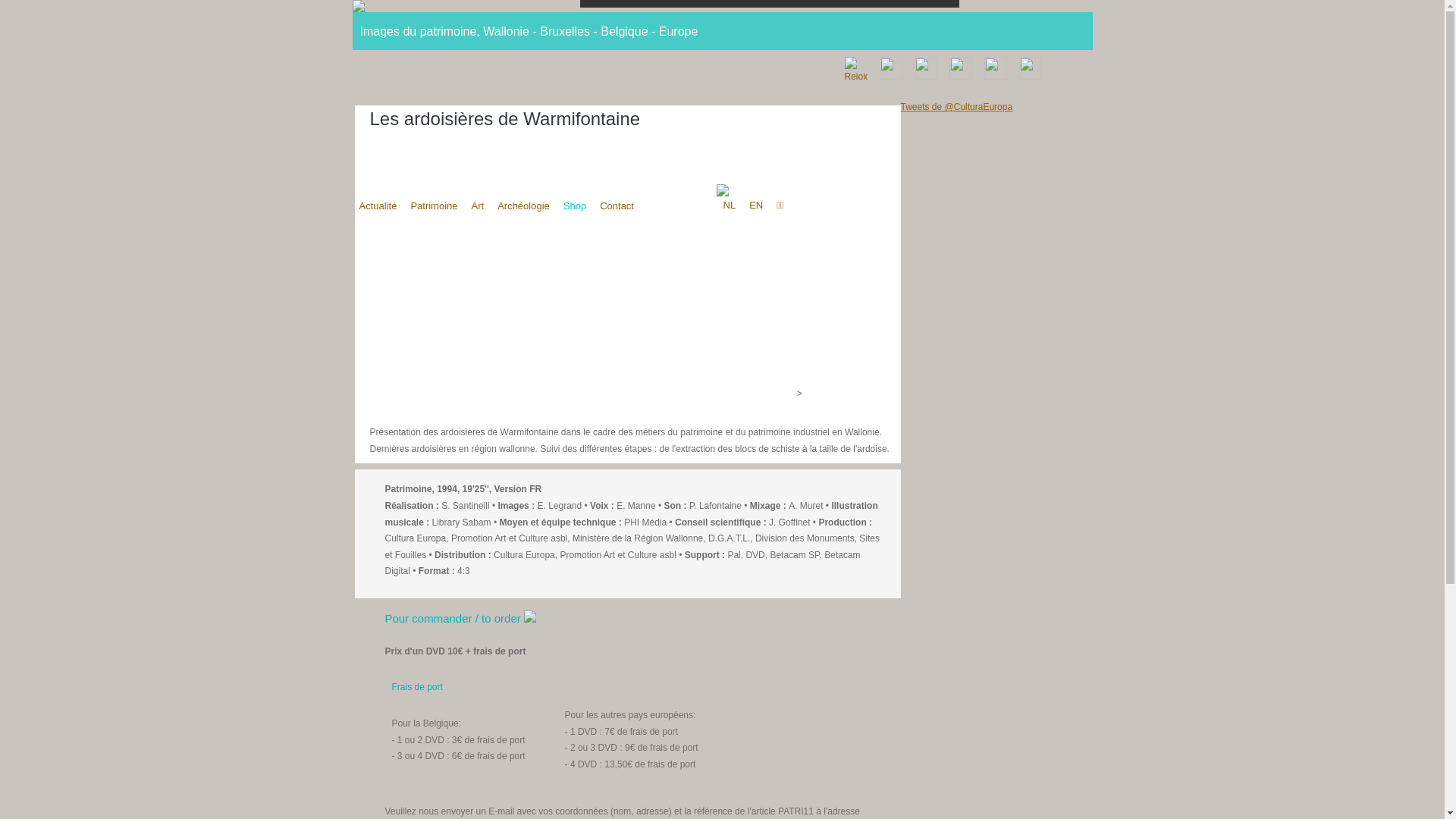 This screenshot has width=1456, height=819. Describe the element at coordinates (477, 206) in the screenshot. I see `'Art'` at that location.